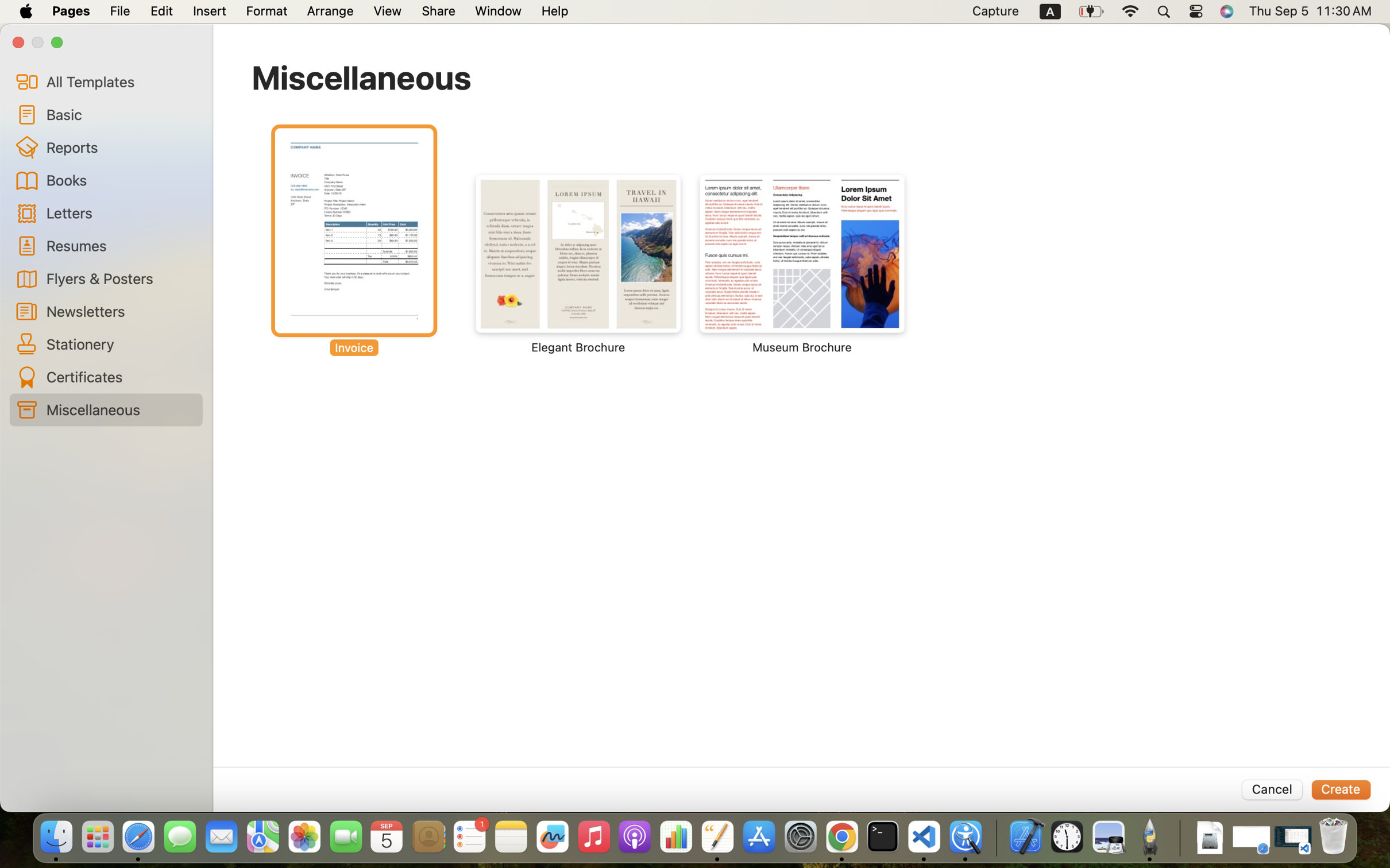 This screenshot has height=868, width=1390. What do you see at coordinates (119, 114) in the screenshot?
I see `'Basic'` at bounding box center [119, 114].